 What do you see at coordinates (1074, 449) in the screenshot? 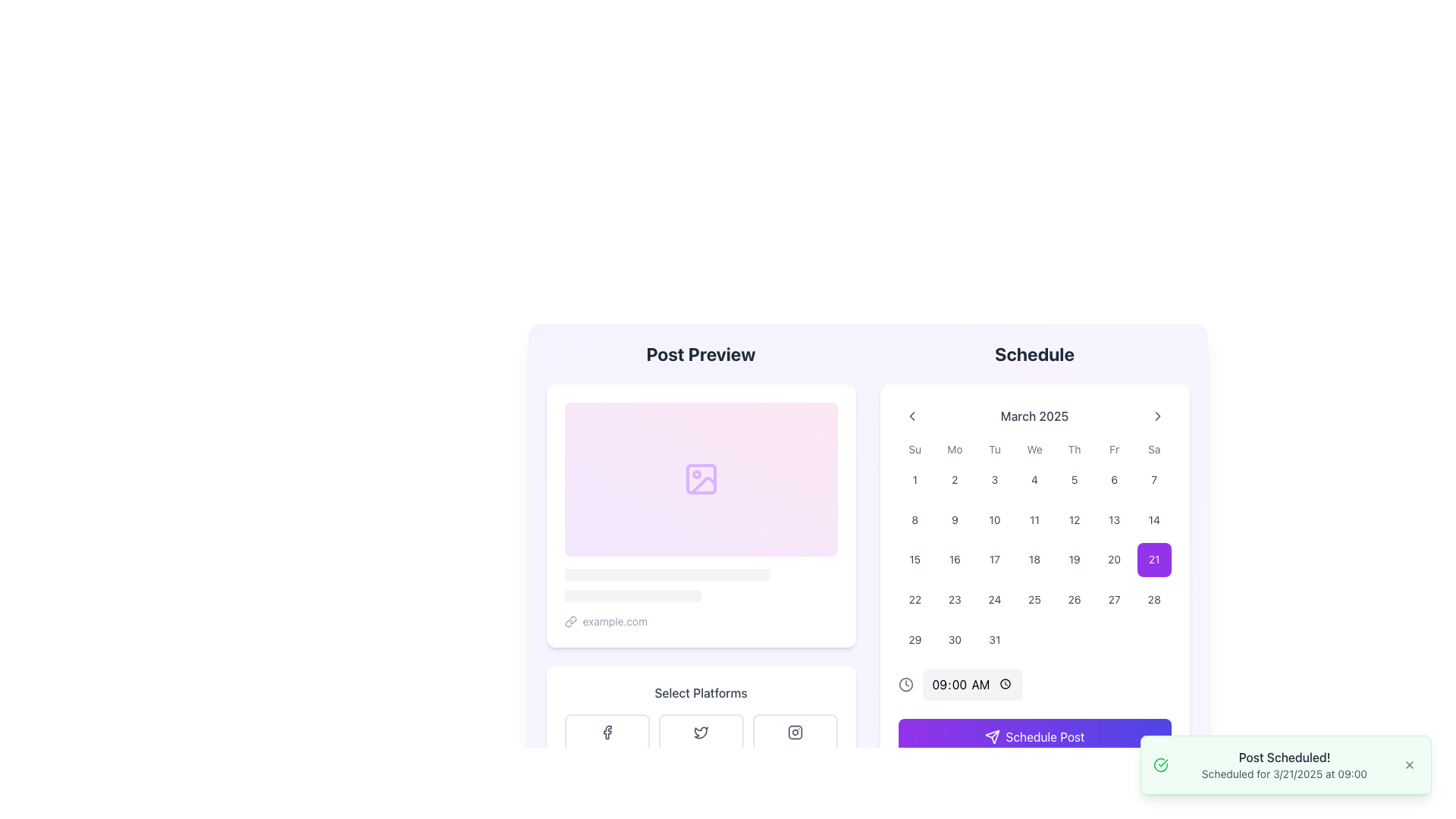
I see `the Static Text Label displaying 'Th' for Thursday, which is the fifth element in the top row of the calendar layout, located below the 'March 2025' heading` at bounding box center [1074, 449].